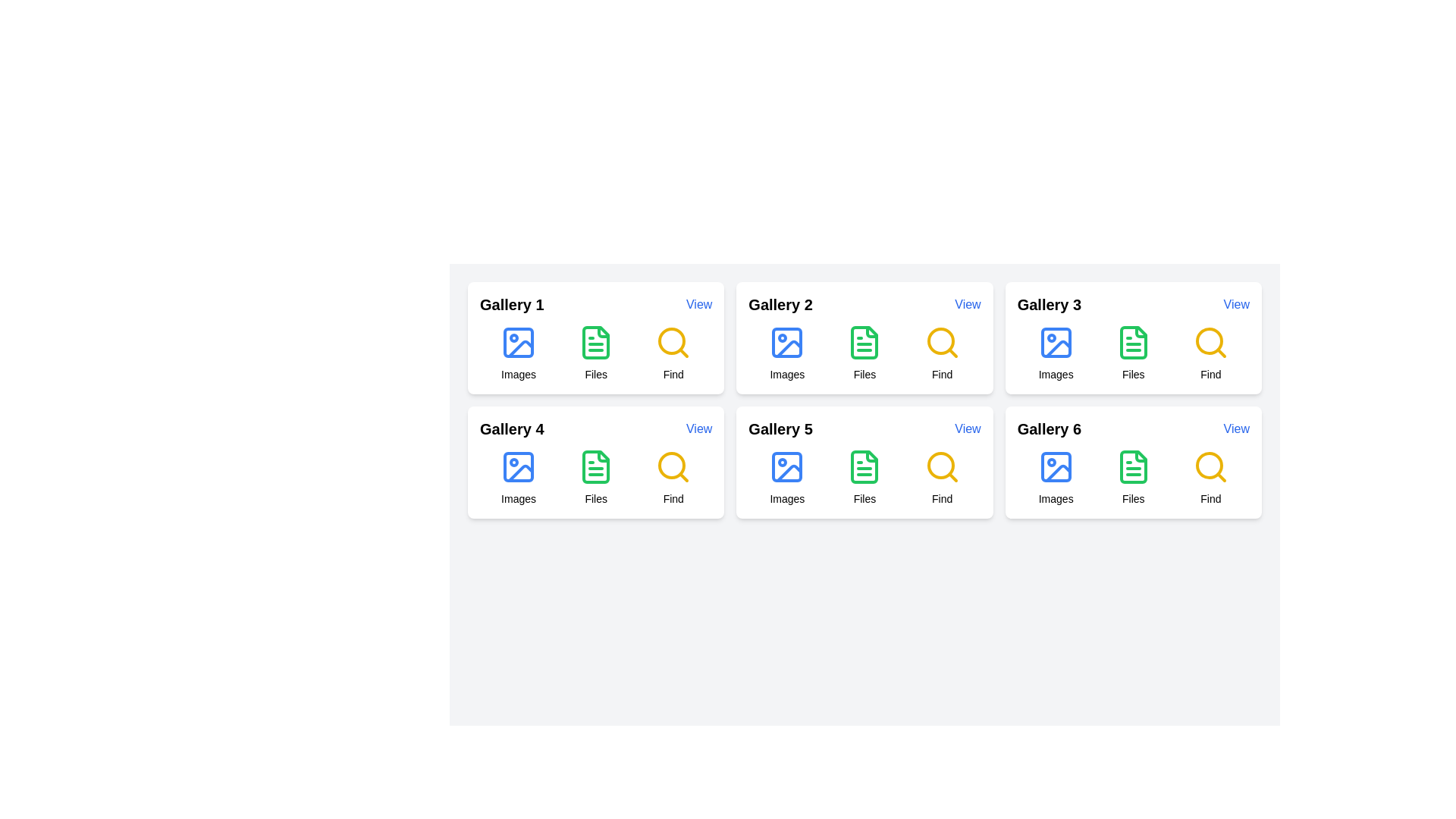  What do you see at coordinates (787, 466) in the screenshot?
I see `the bright blue image icon with rounded corners, located in the bottom row and third column of the 2x3 grid layout within the 'Gallery 5' card` at bounding box center [787, 466].